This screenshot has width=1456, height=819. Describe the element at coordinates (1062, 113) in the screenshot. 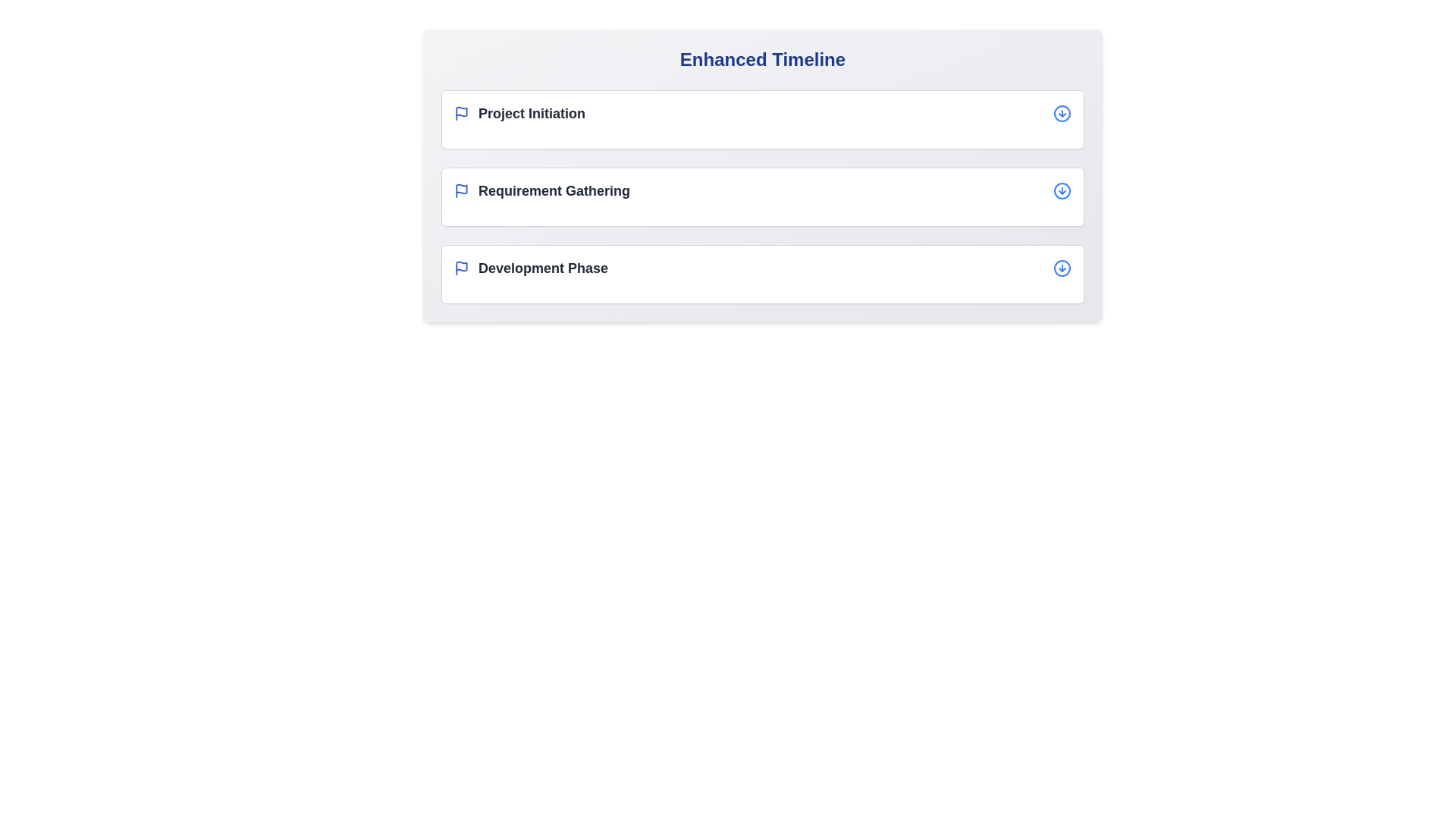

I see `the circle shape that enhances the downward arrow icon in the top-right corner of the first list item in the vertical timeline` at that location.